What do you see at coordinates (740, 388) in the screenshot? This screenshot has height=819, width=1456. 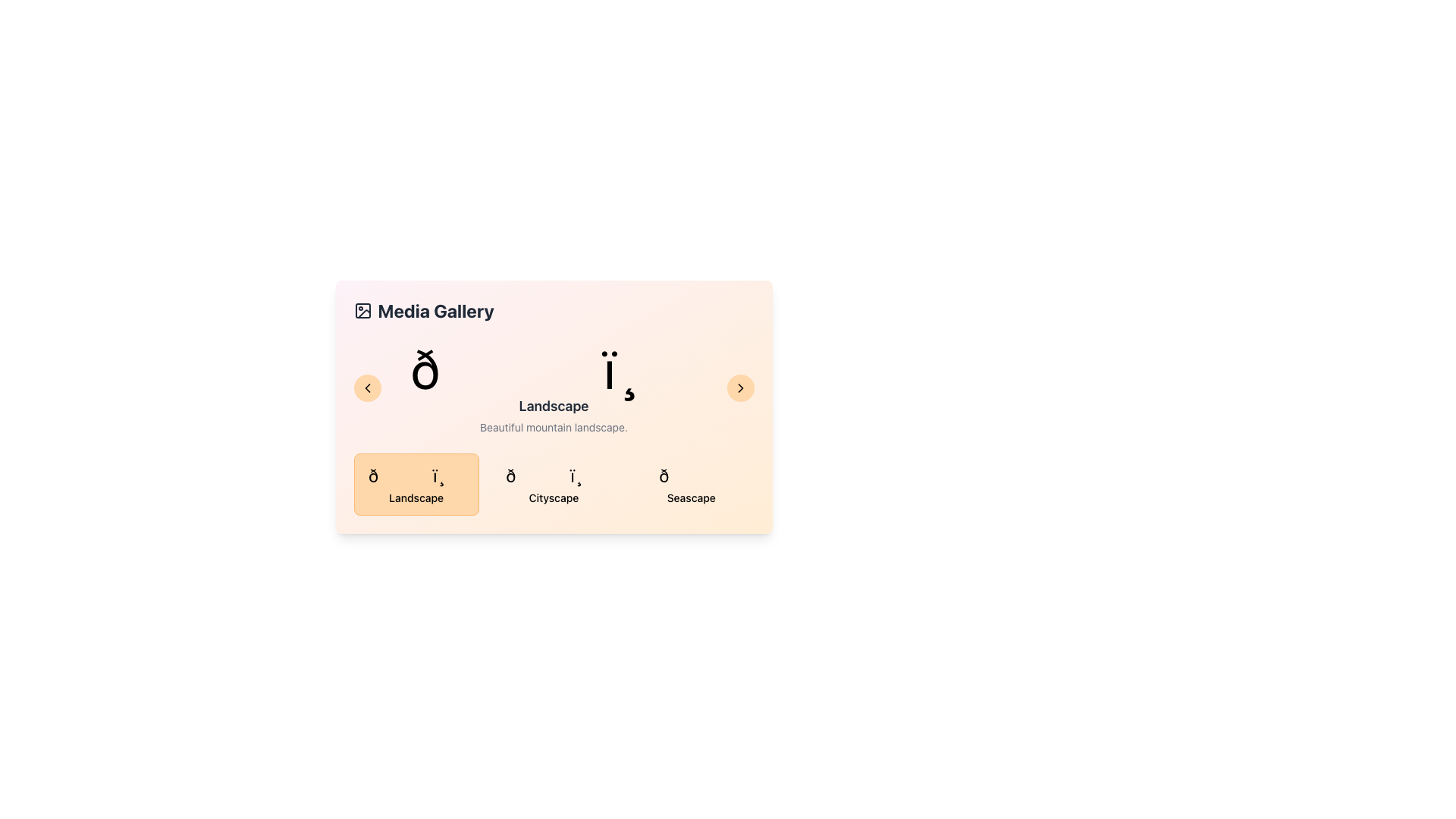 I see `the circular button with a chevron-right arrow icon, styled with a light orange background` at bounding box center [740, 388].